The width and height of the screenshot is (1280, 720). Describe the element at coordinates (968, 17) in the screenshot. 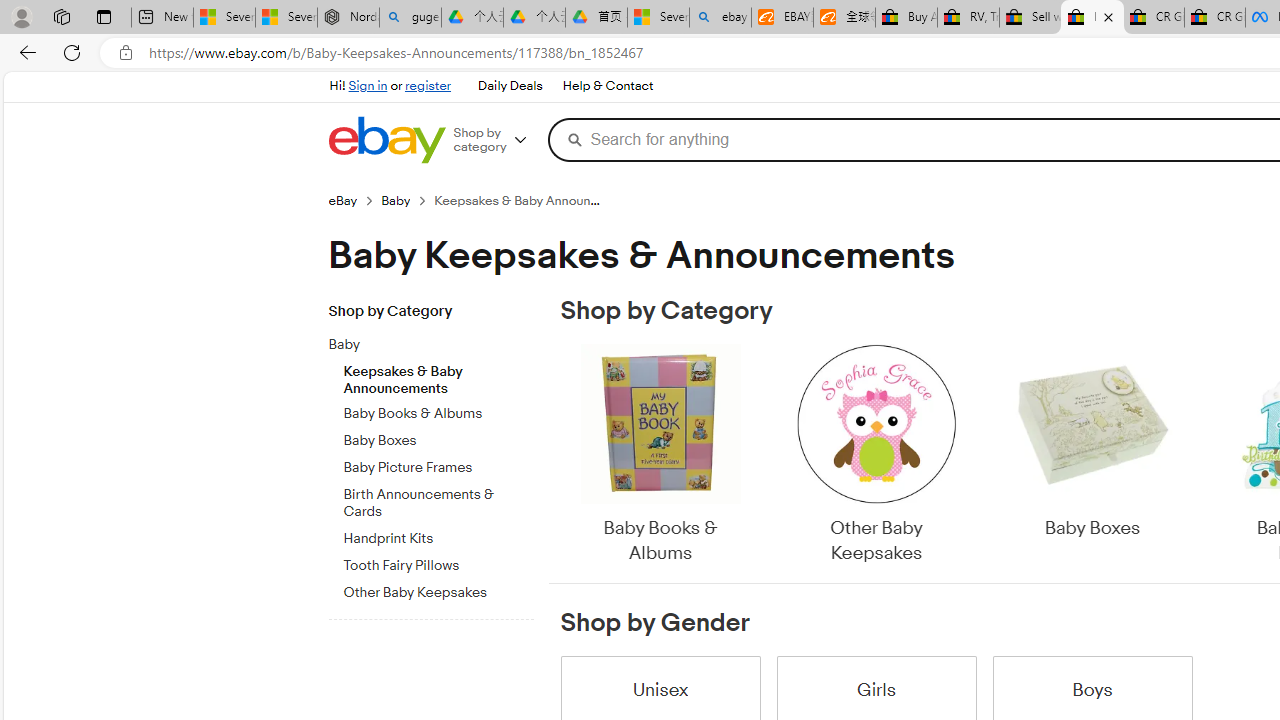

I see `'RV, Trailer & Camper Steps & Ladders for sale | eBay'` at that location.